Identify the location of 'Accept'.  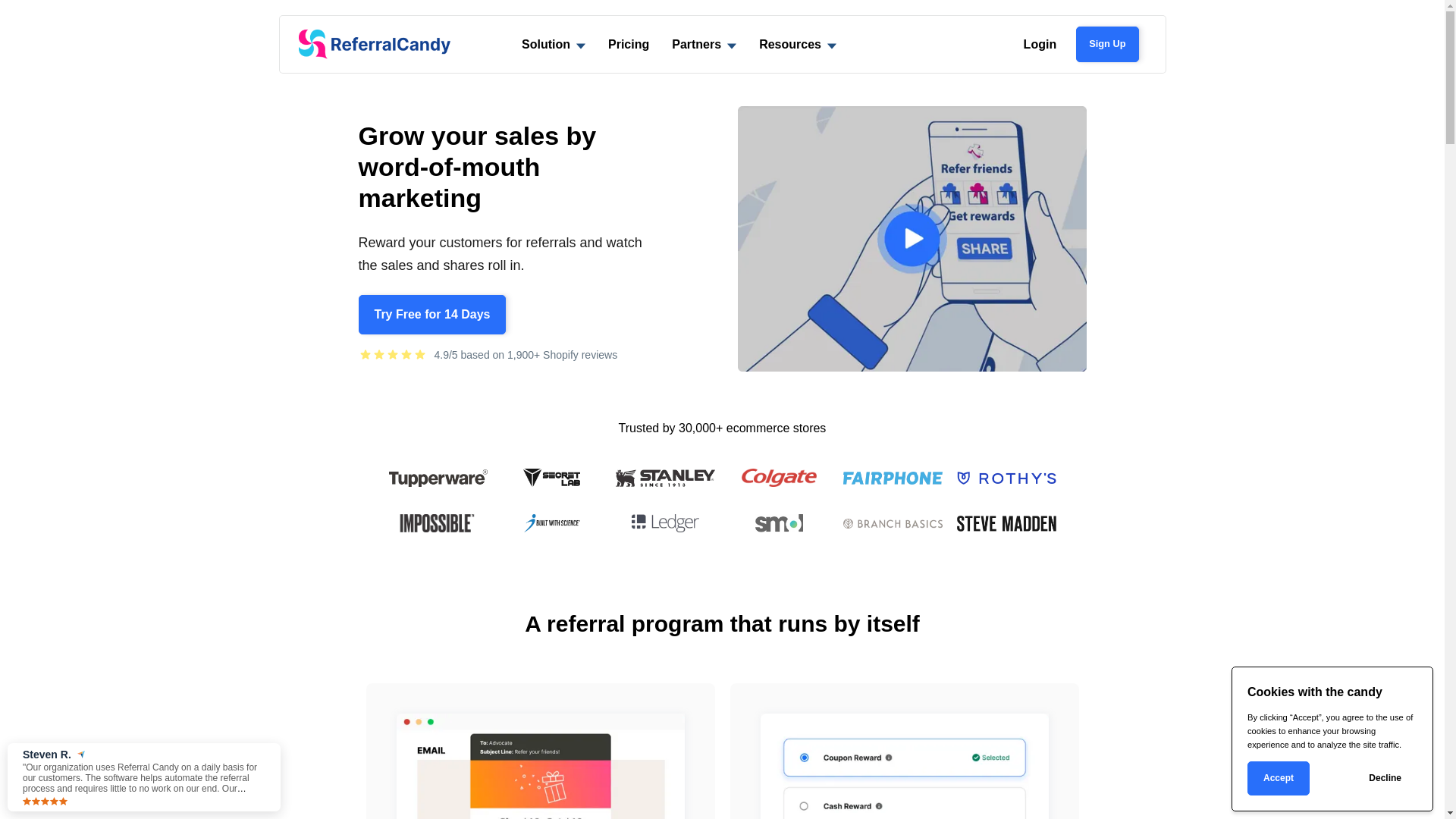
(1247, 778).